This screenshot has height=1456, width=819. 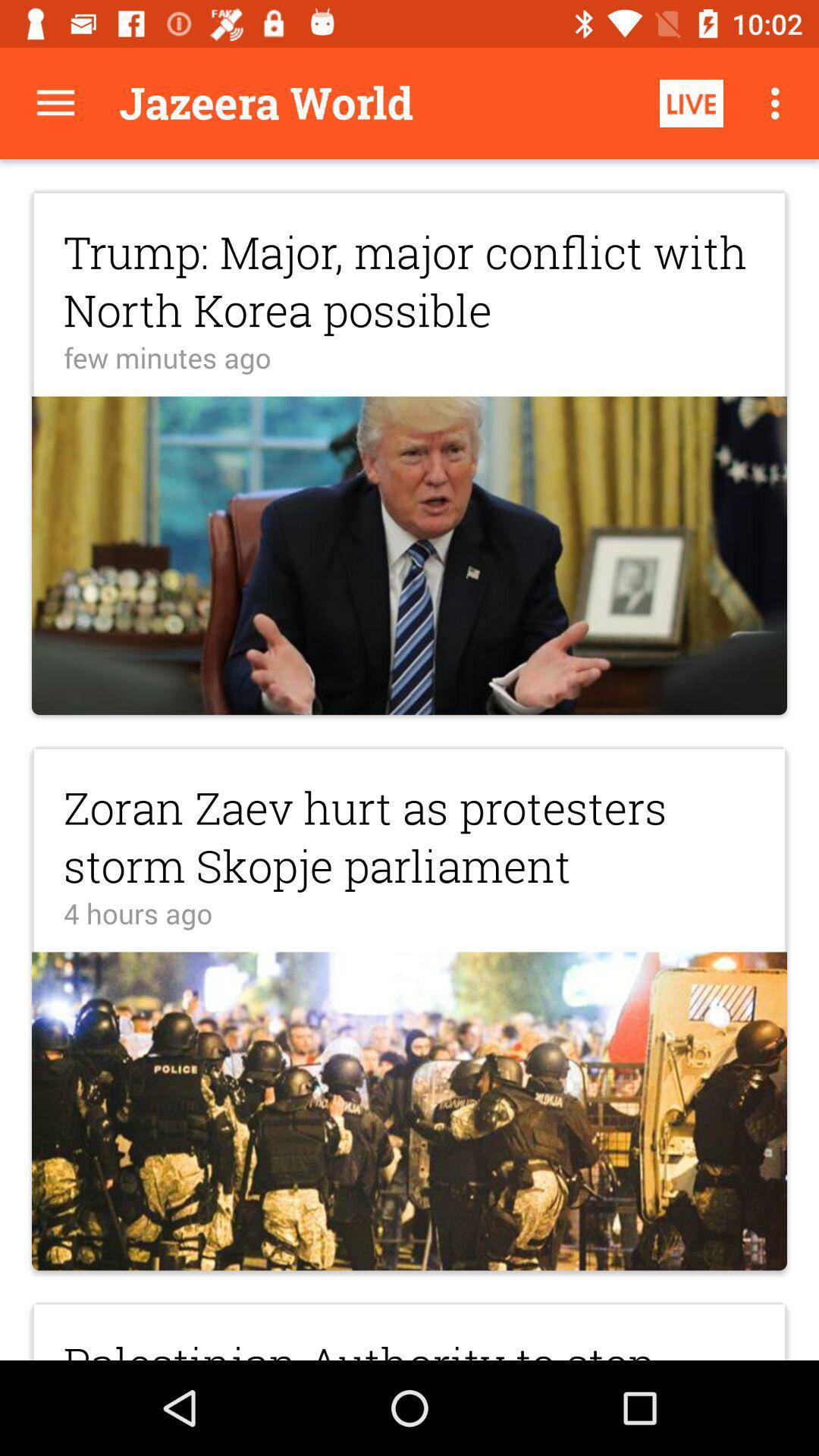 What do you see at coordinates (55, 102) in the screenshot?
I see `the icon above the trump major major item` at bounding box center [55, 102].